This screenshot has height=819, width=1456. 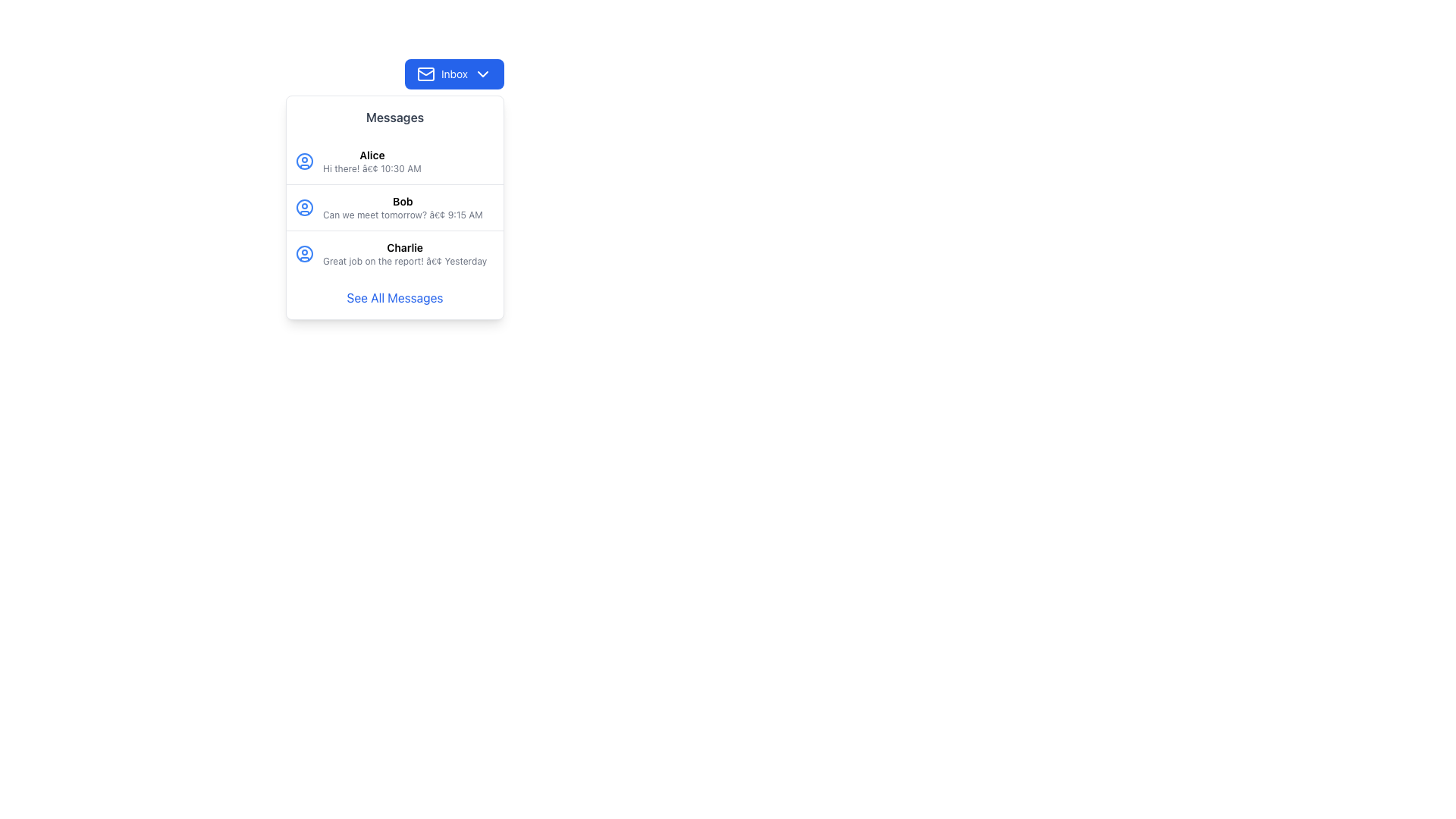 What do you see at coordinates (304, 207) in the screenshot?
I see `the circular blue user icon located adjacent to the text 'Bob', 'Can we meet tomorrow? • 9:15 AM' in the second message item on the card interface` at bounding box center [304, 207].